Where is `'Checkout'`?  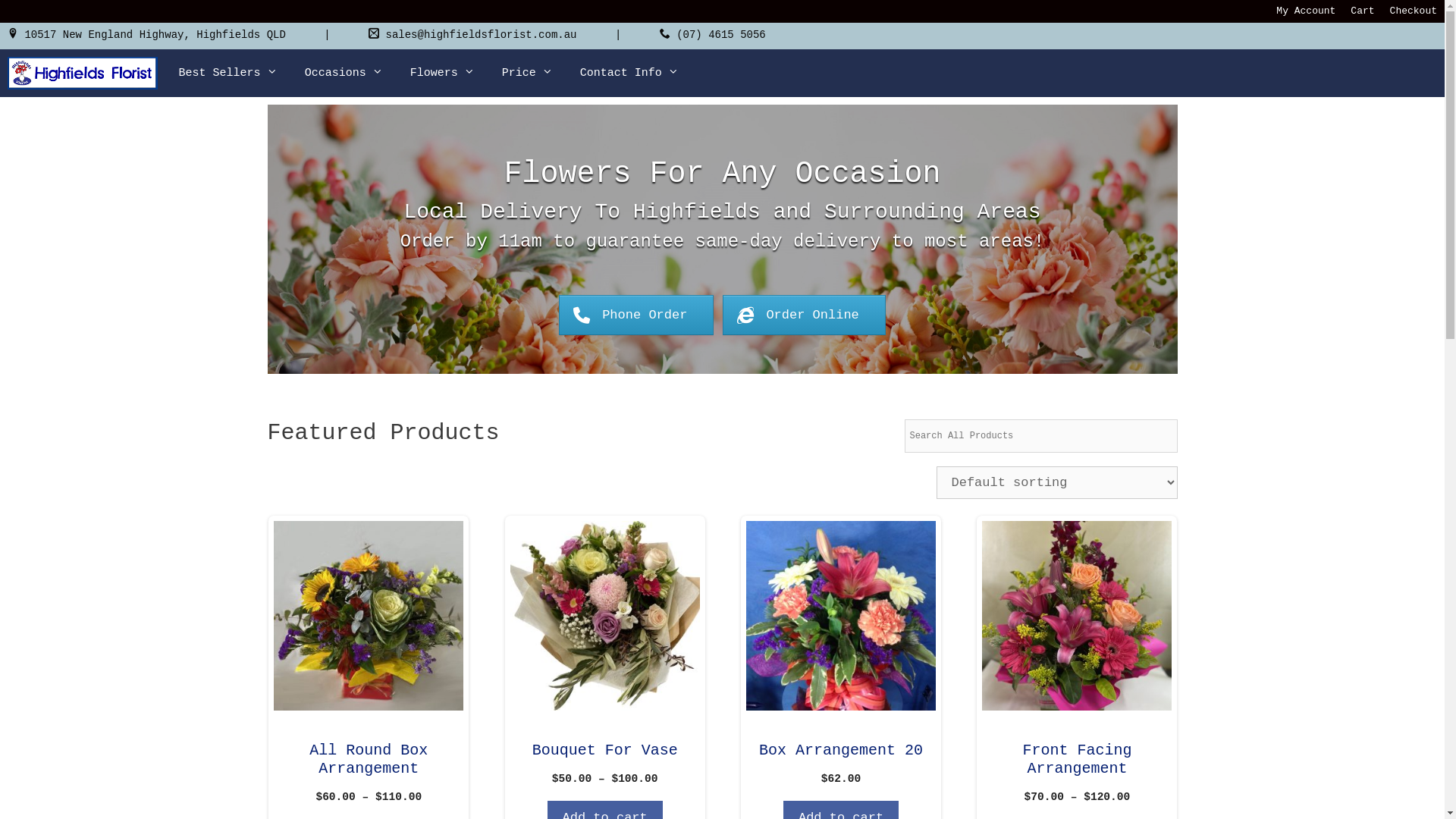
'Checkout' is located at coordinates (1412, 11).